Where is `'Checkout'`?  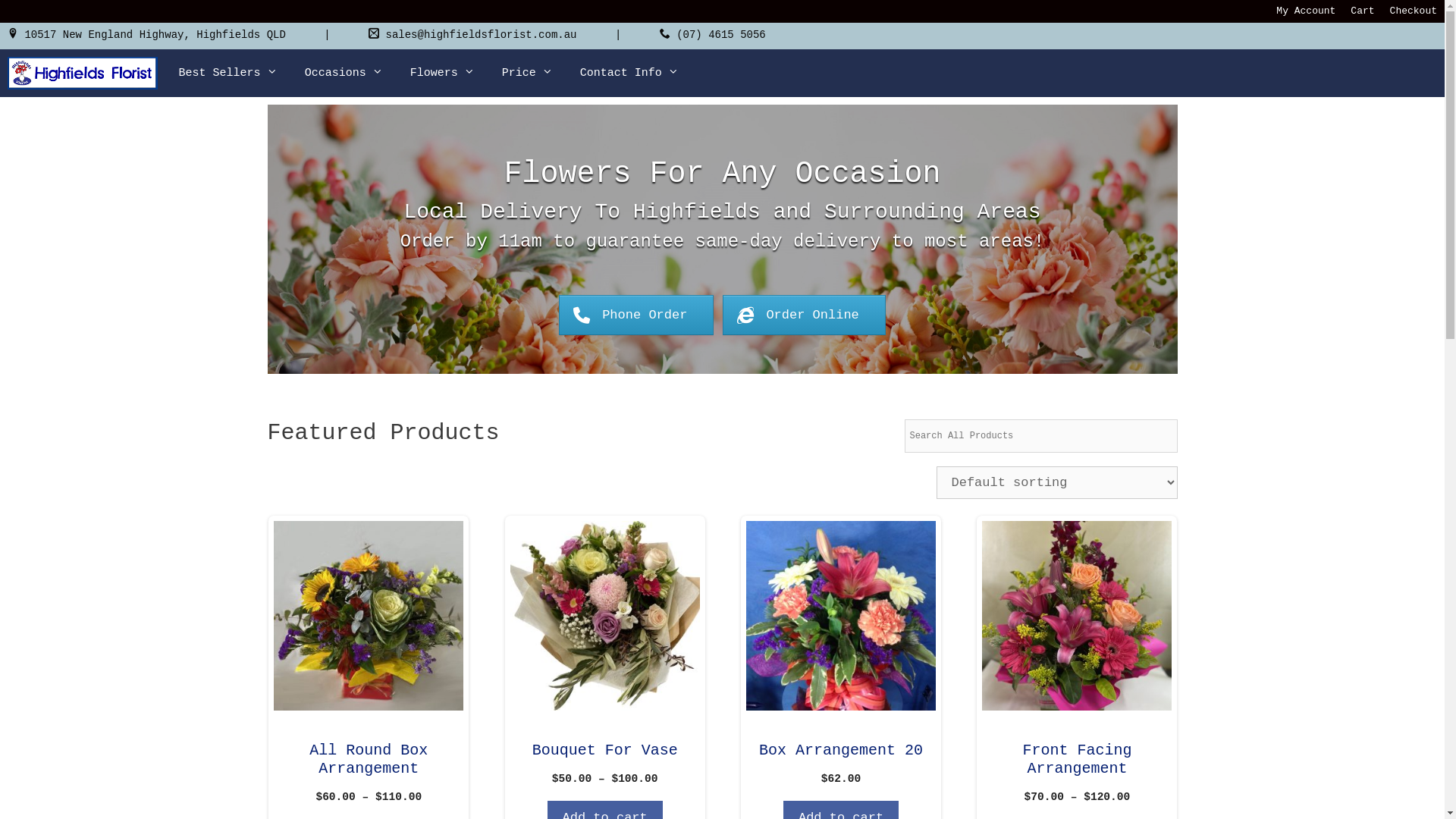
'Checkout' is located at coordinates (1412, 11).